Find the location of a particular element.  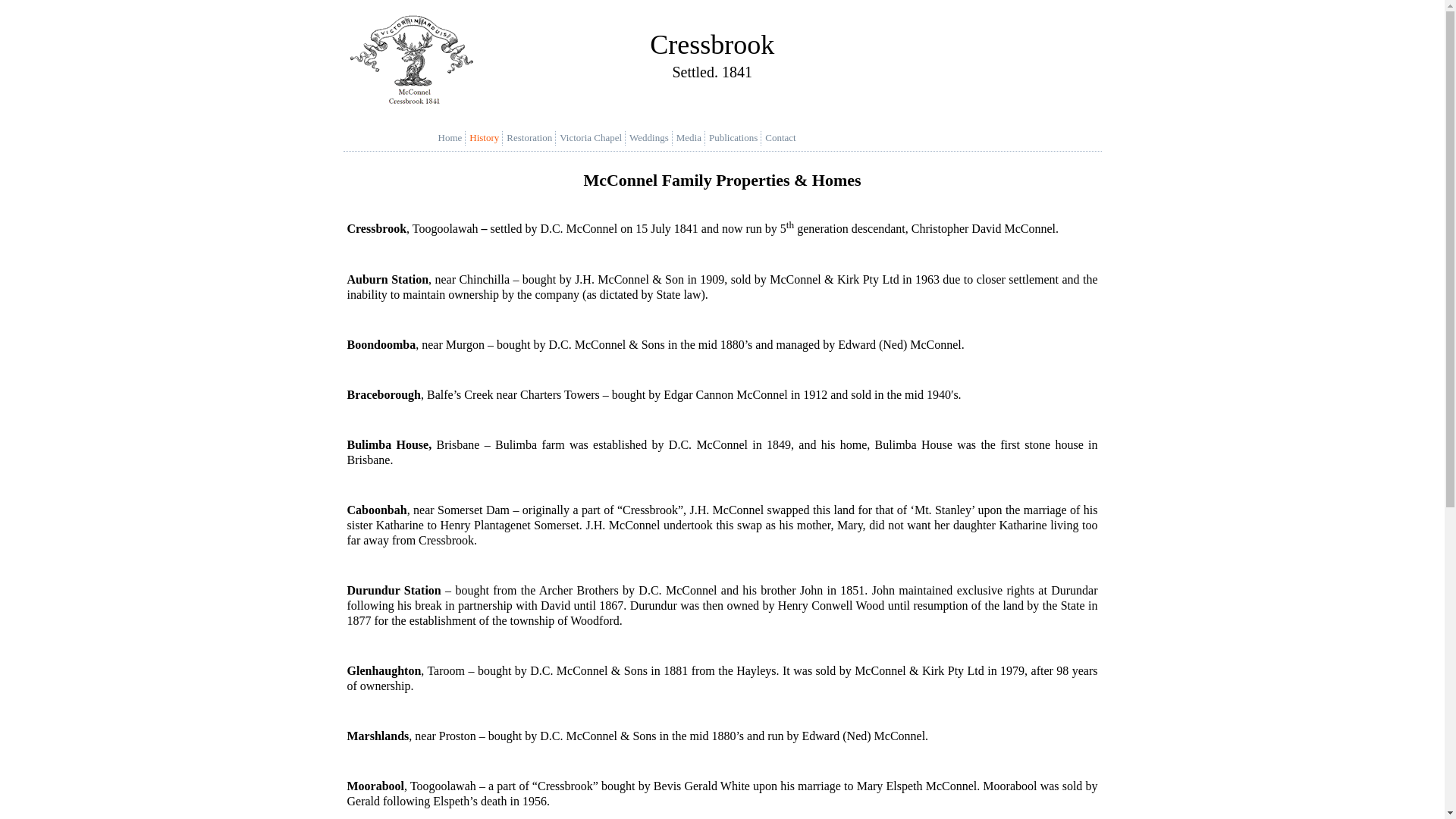

'Weddings' is located at coordinates (652, 137).